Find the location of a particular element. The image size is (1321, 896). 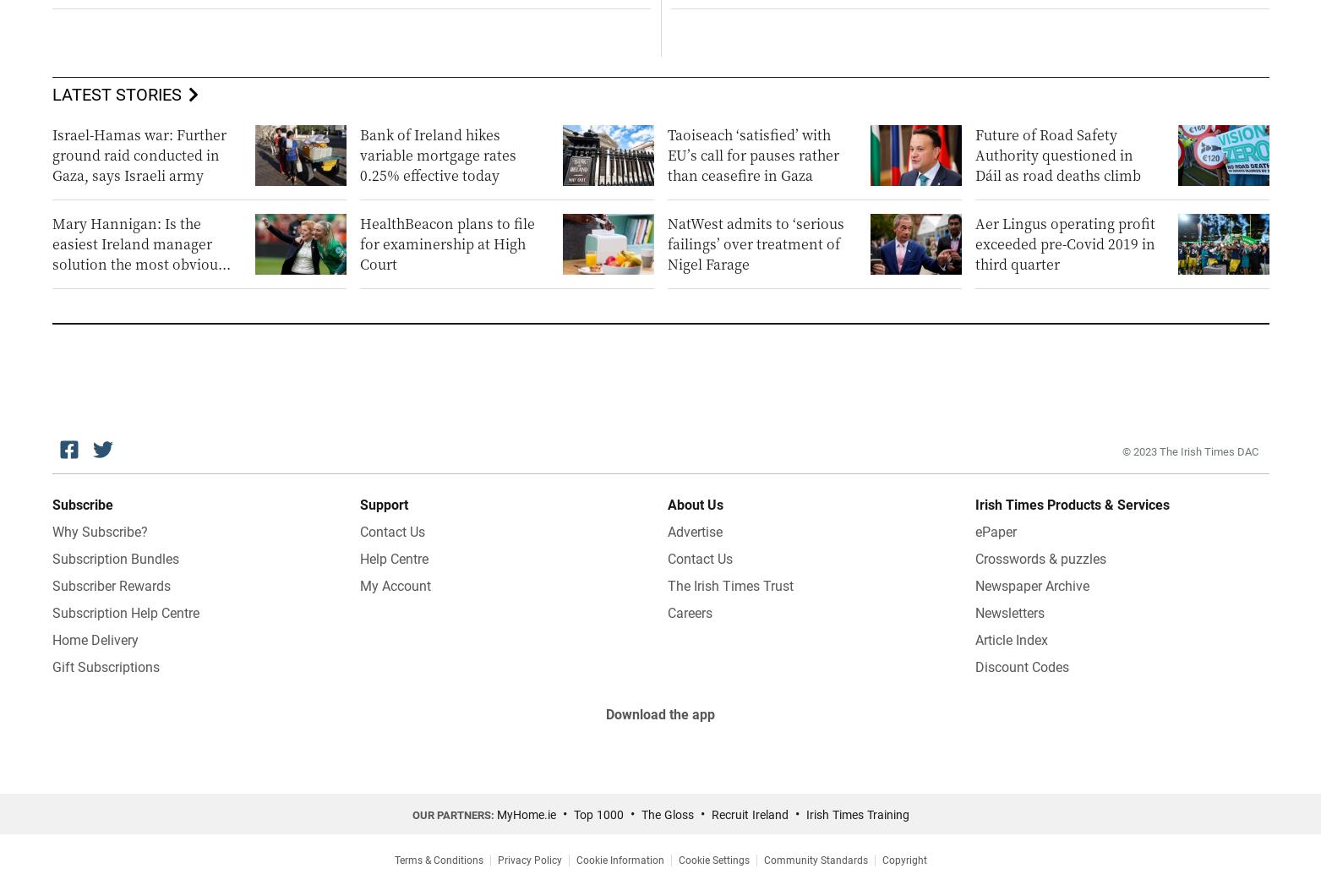

'About Us' is located at coordinates (693, 504).